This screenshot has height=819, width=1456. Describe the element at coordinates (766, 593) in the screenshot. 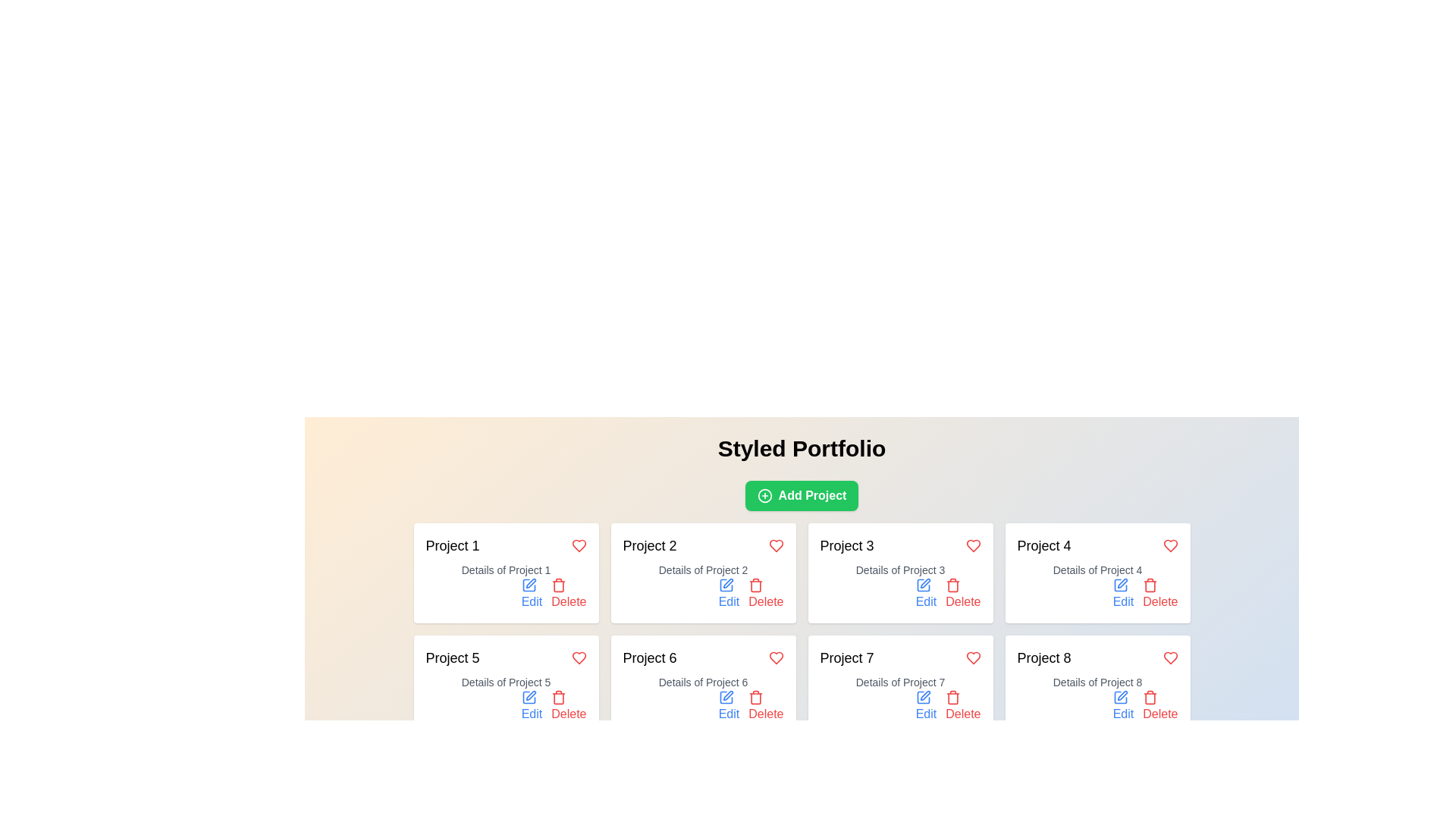

I see `the Delete button with icon and text located at the bottom-right of the card labeled 'Project 2'` at that location.